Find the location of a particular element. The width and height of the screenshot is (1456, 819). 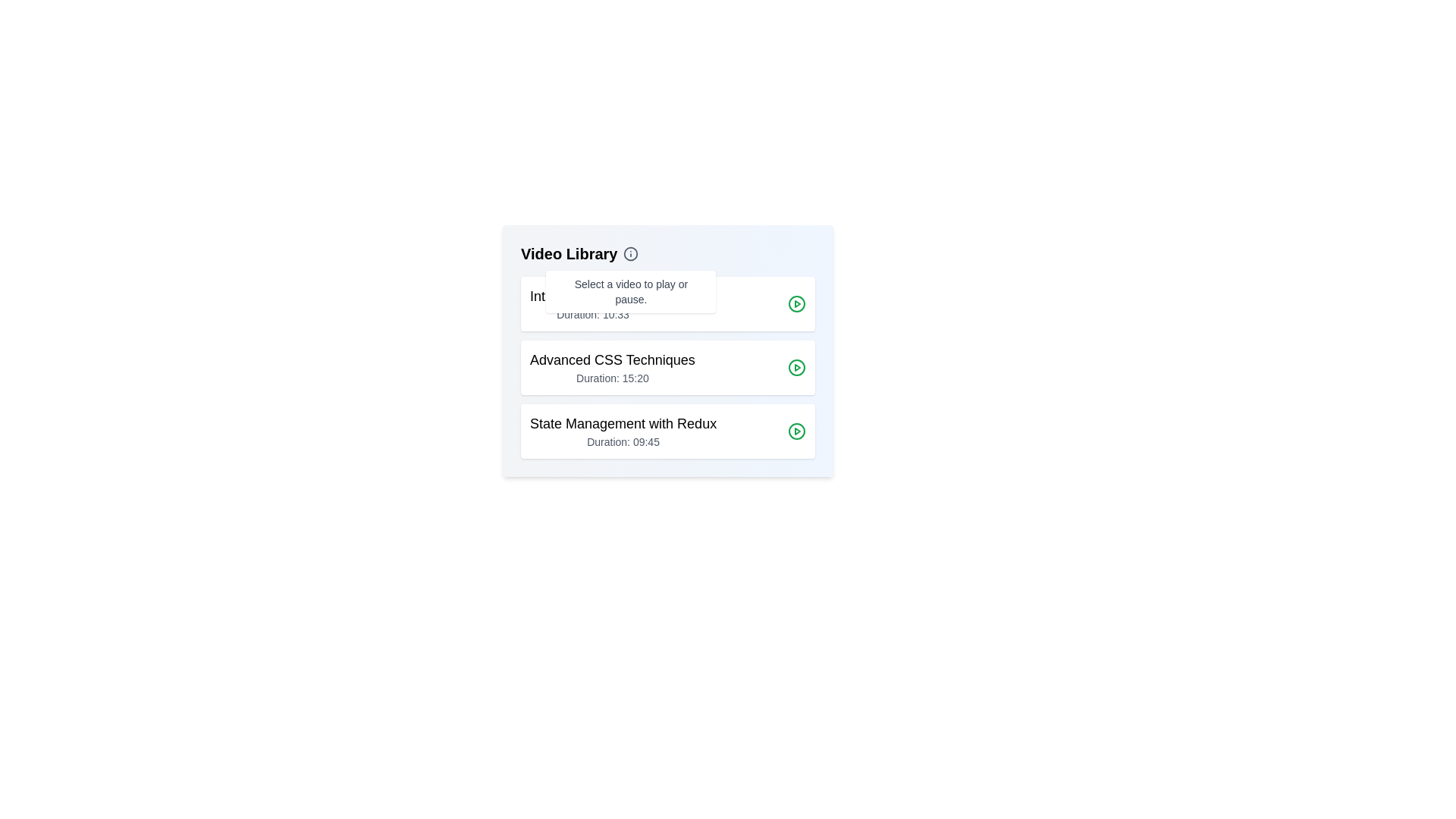

the title text of the video or course module located in the third item under the 'Video Library' section is located at coordinates (623, 424).